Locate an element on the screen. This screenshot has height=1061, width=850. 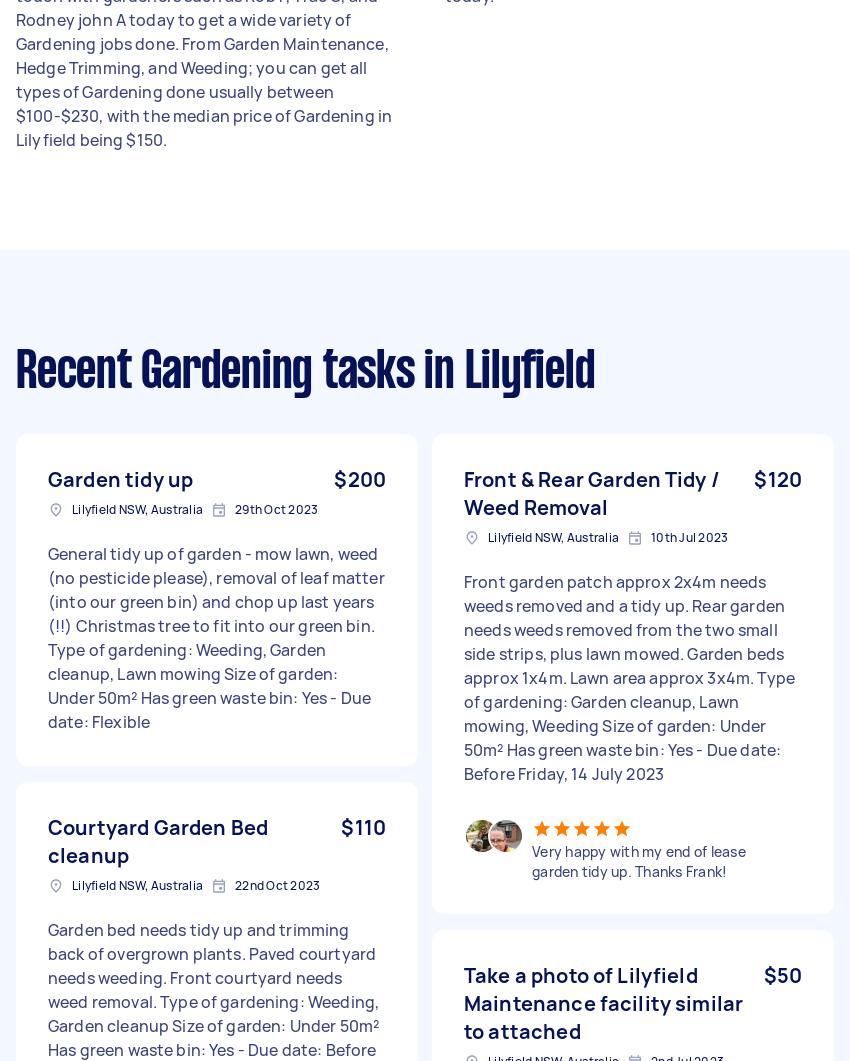
'29th Oct 2023' is located at coordinates (275, 509).